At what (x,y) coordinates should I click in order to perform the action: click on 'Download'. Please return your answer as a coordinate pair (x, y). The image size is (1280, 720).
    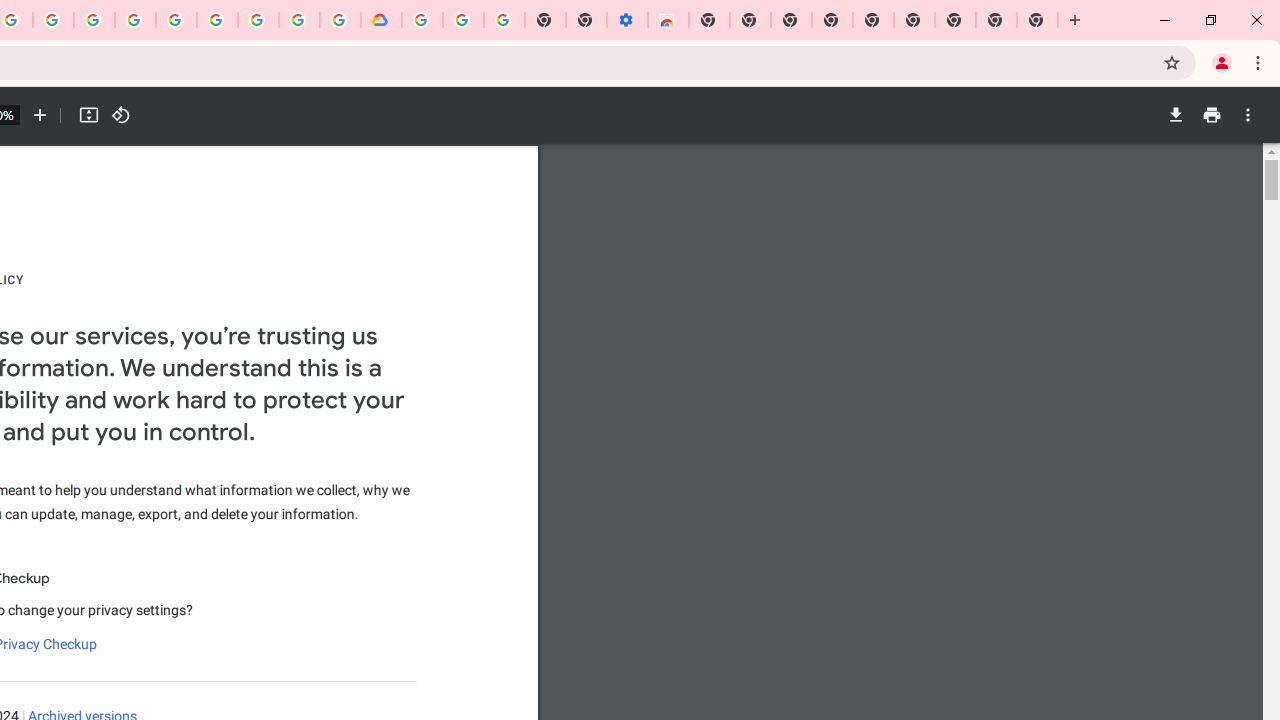
    Looking at the image, I should click on (1175, 115).